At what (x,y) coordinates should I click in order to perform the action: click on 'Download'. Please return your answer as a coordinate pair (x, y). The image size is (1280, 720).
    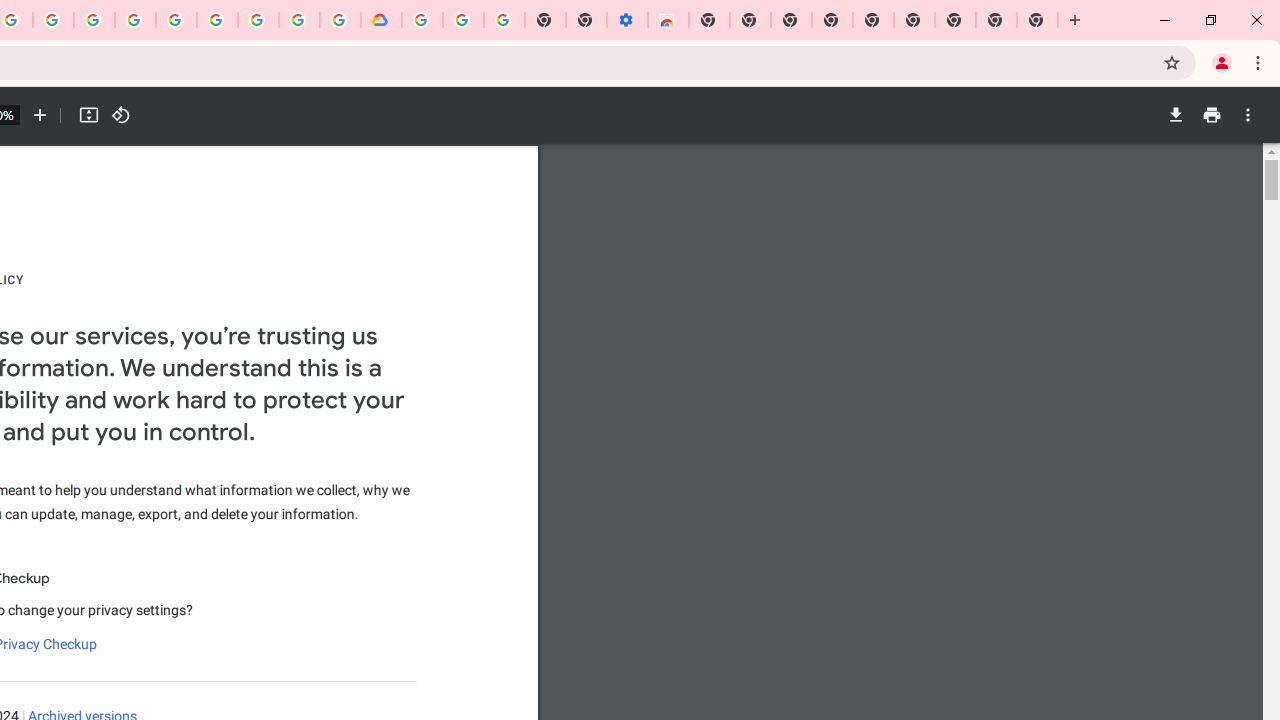
    Looking at the image, I should click on (1175, 115).